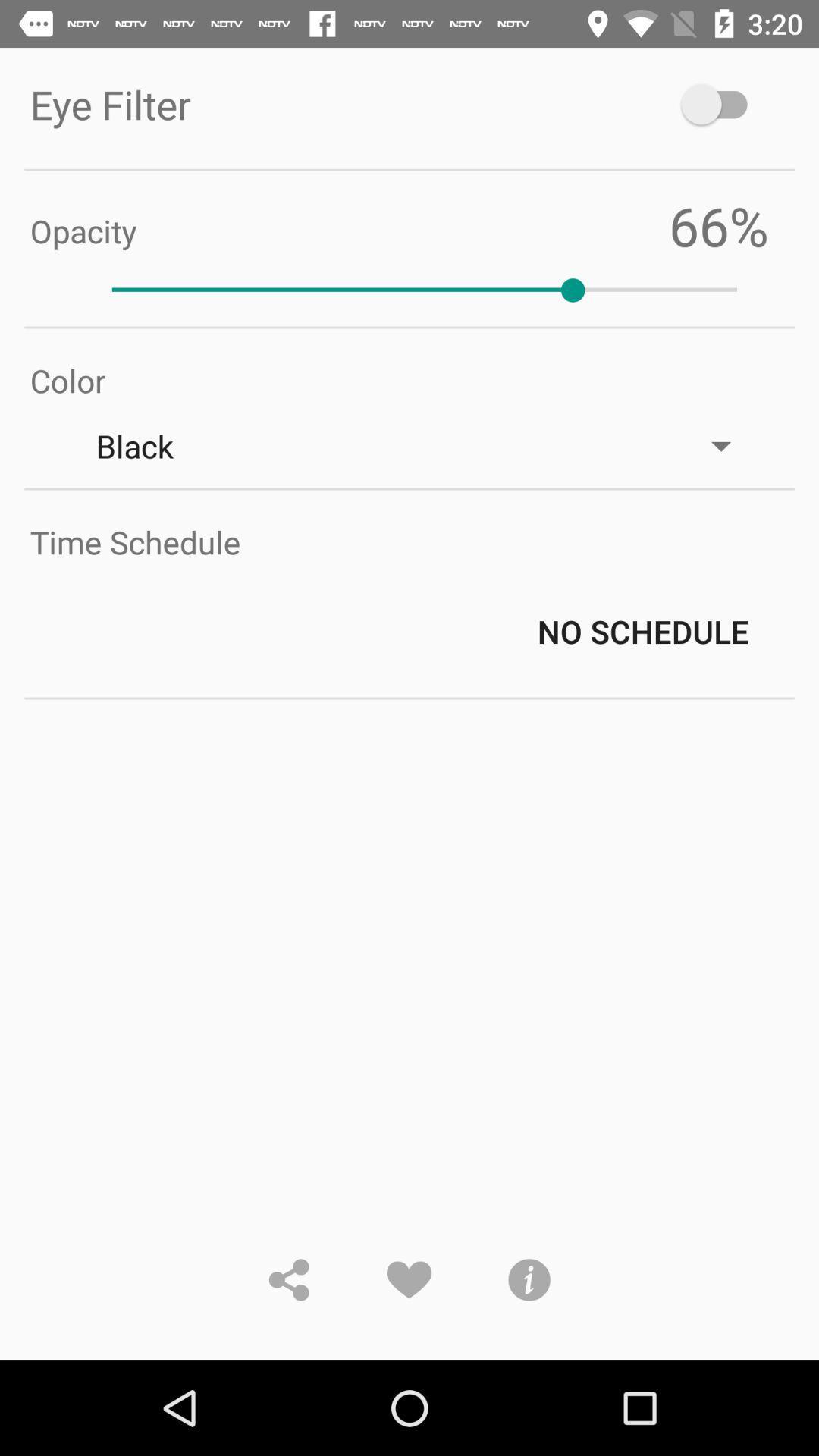 This screenshot has width=819, height=1456. I want to click on the item next to the eye filter item, so click(720, 103).